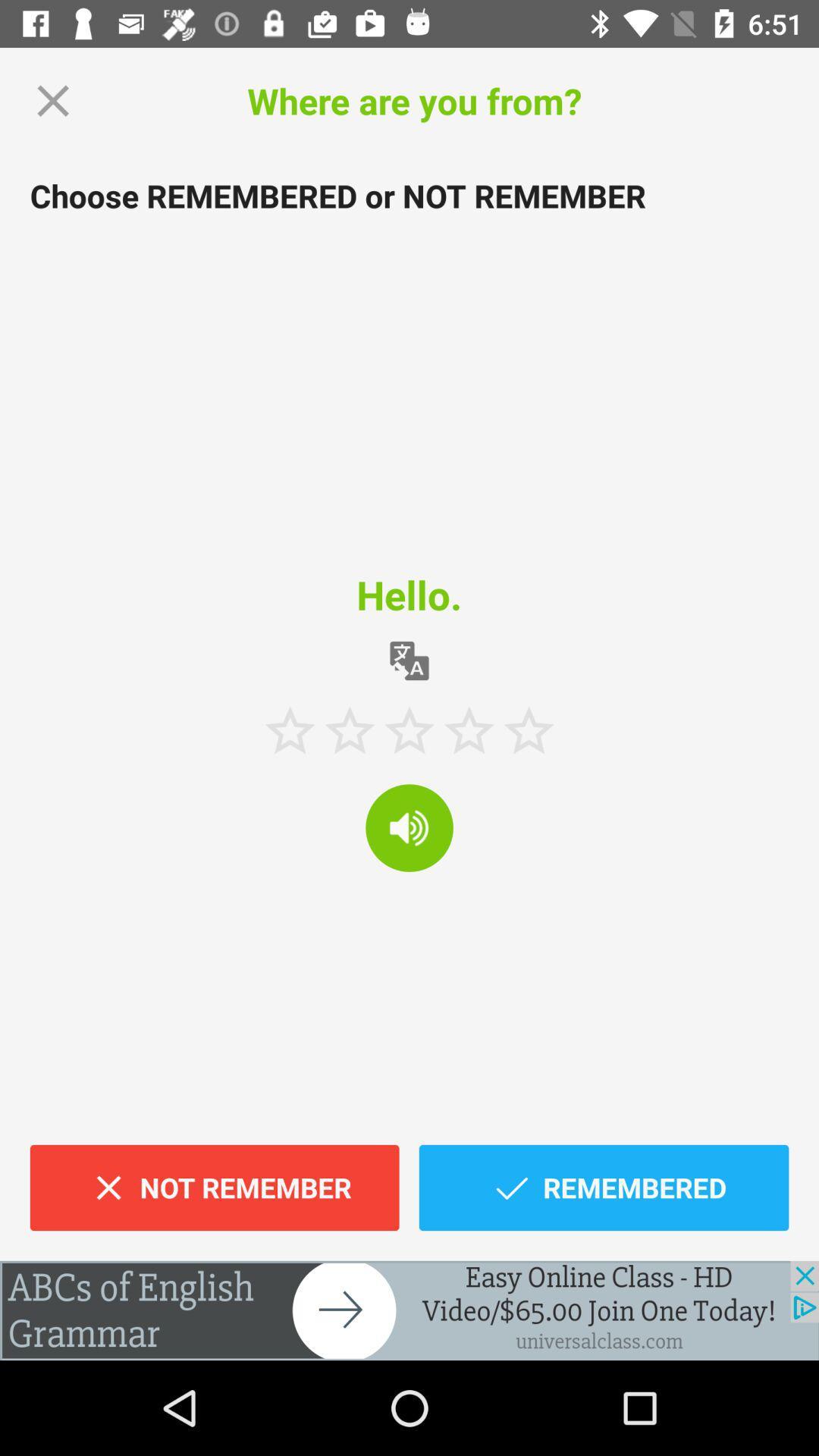 The image size is (819, 1456). Describe the element at coordinates (52, 100) in the screenshot. I see `the close icon` at that location.